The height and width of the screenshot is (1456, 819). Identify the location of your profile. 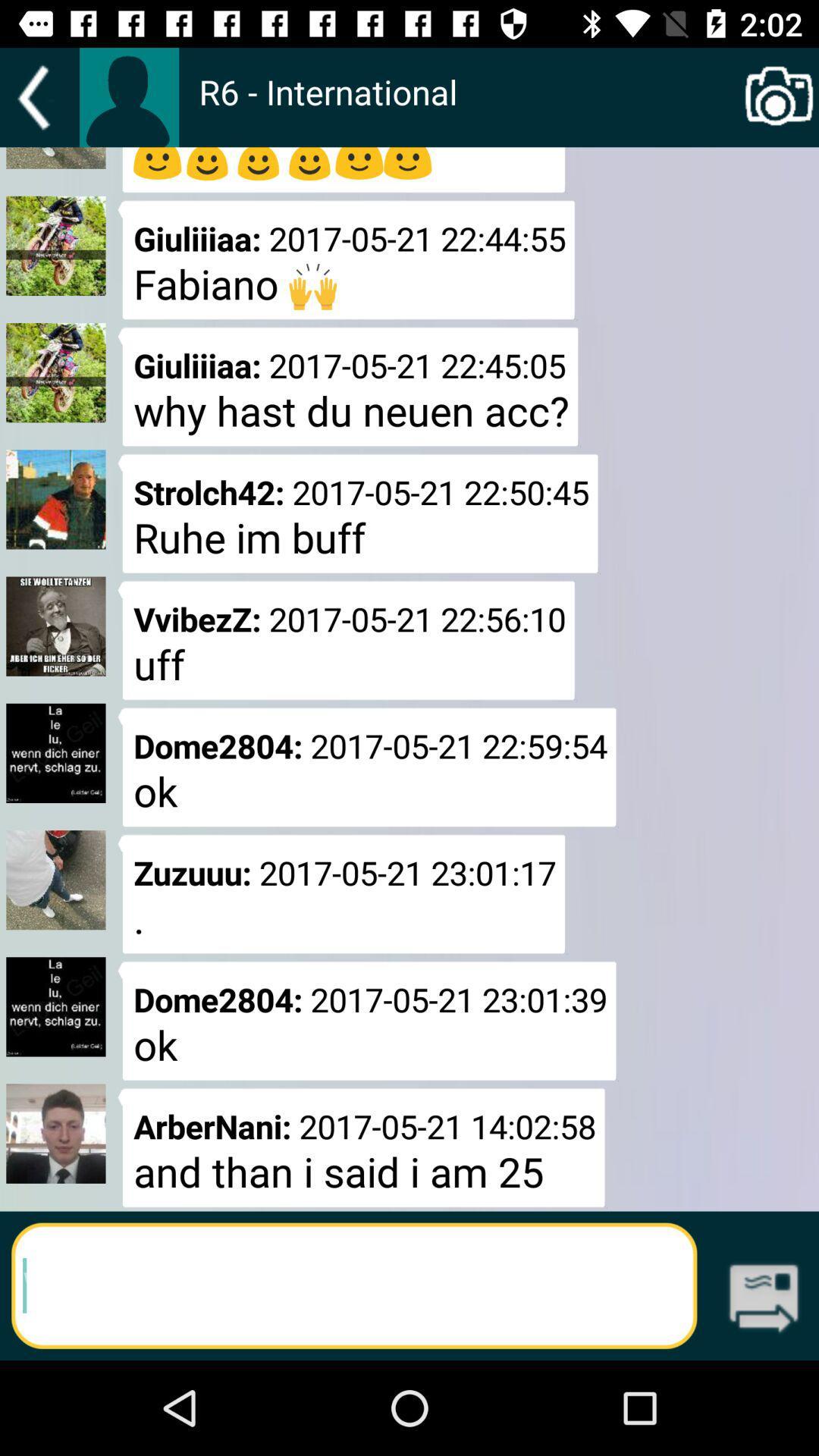
(128, 96).